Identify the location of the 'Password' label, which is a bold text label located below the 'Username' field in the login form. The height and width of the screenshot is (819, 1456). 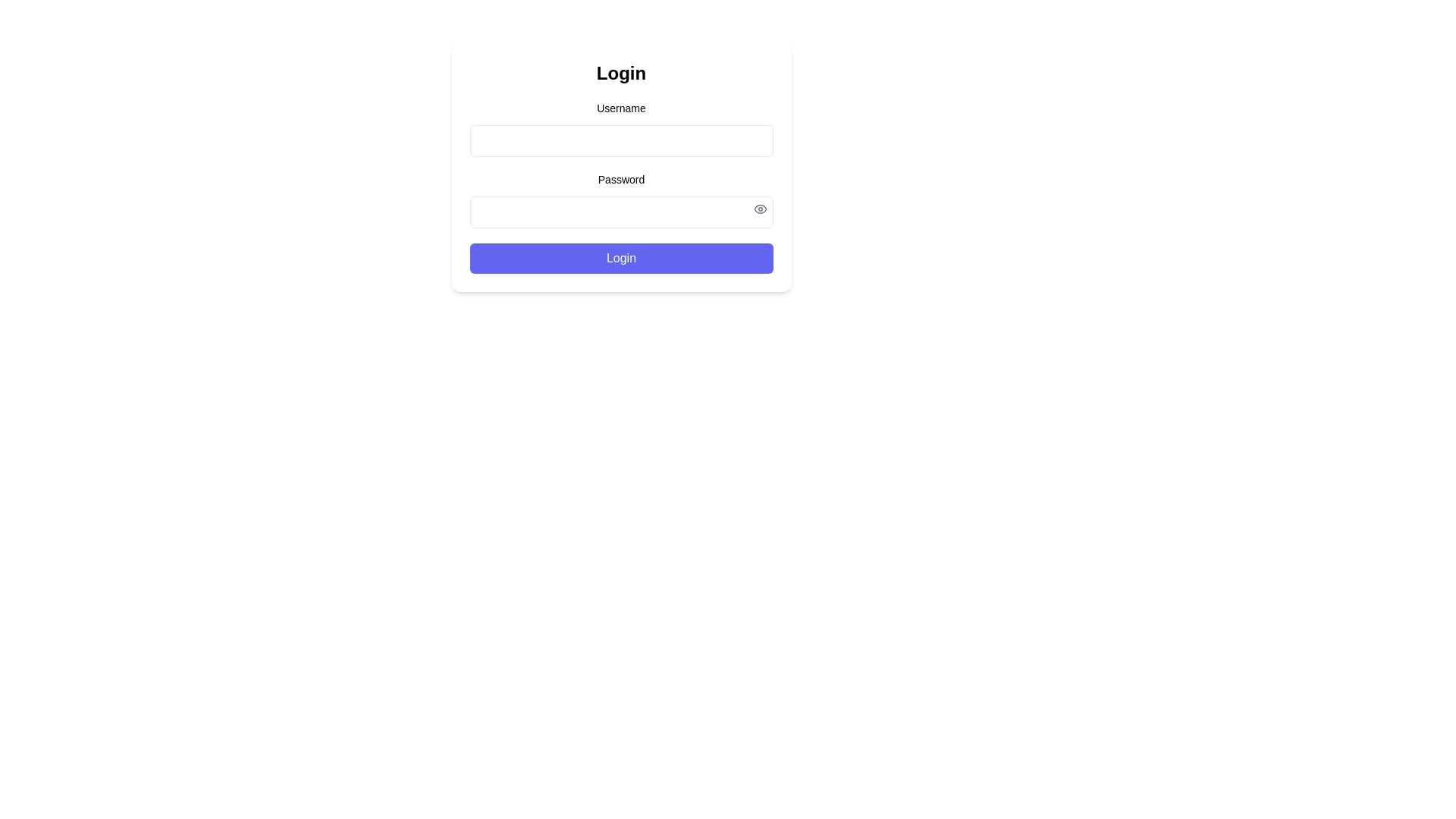
(621, 178).